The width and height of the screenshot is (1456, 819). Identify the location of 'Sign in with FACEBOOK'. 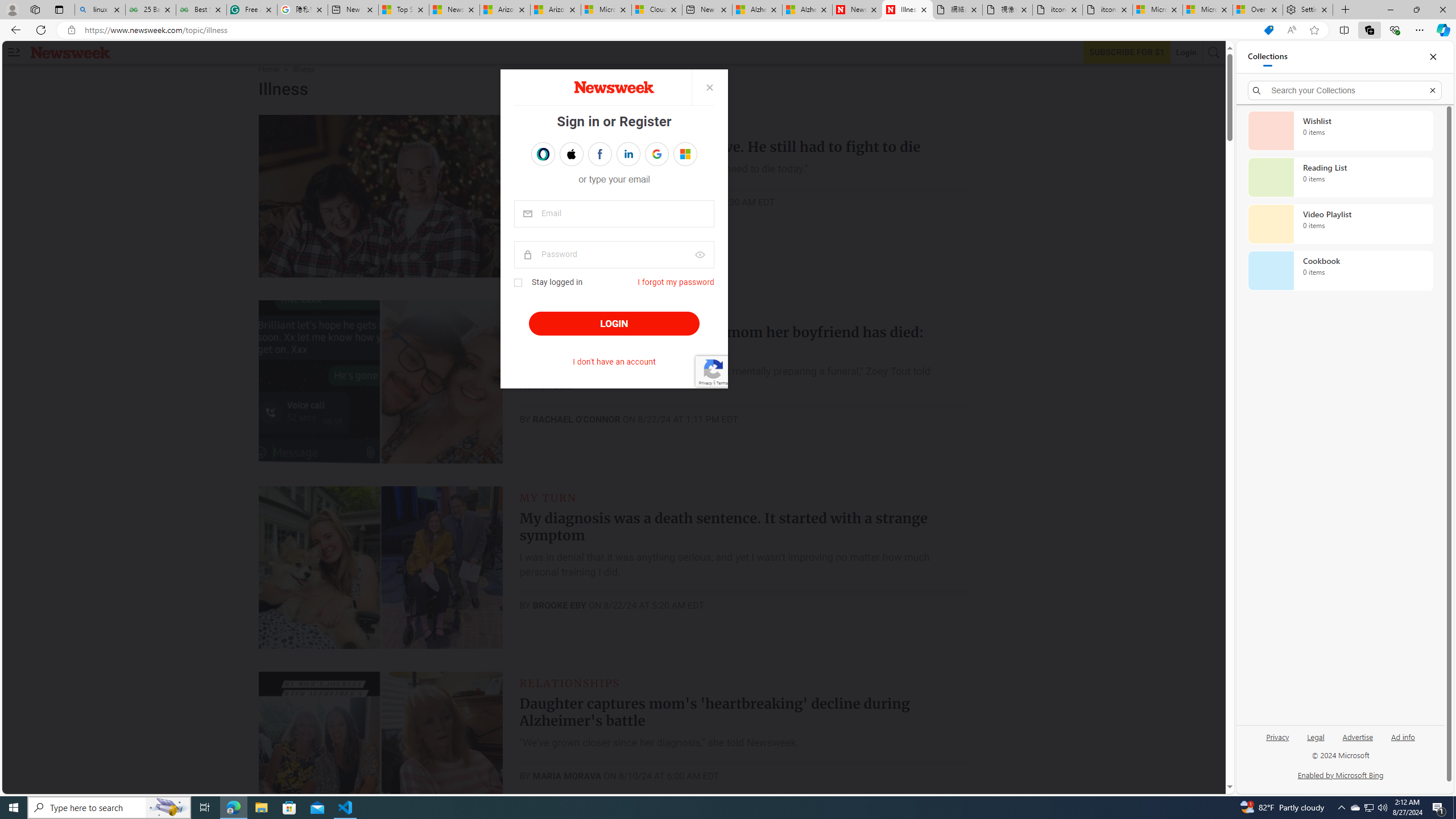
(599, 154).